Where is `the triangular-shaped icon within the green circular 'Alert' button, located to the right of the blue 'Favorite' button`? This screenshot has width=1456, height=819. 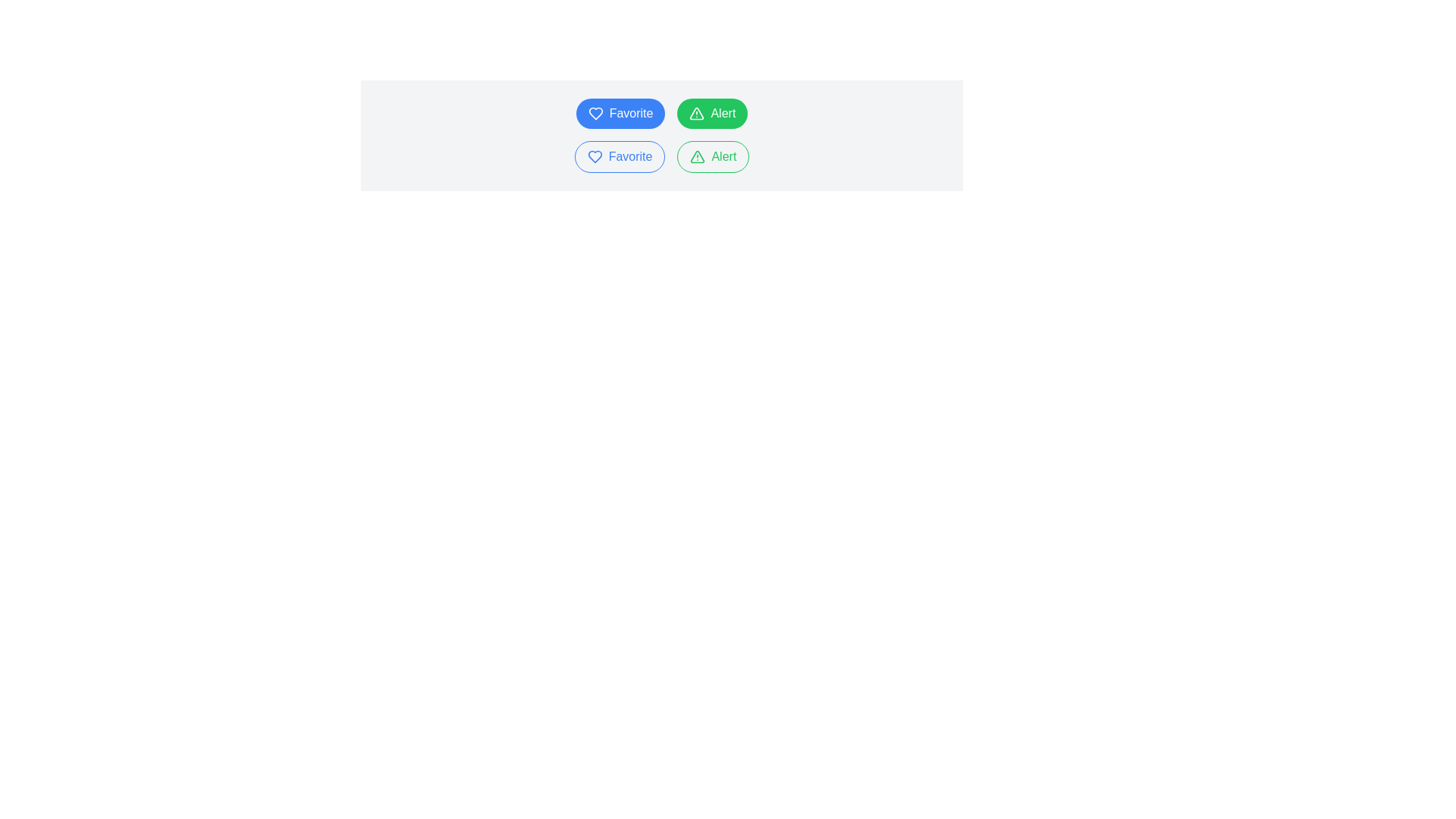 the triangular-shaped icon within the green circular 'Alert' button, located to the right of the blue 'Favorite' button is located at coordinates (697, 157).